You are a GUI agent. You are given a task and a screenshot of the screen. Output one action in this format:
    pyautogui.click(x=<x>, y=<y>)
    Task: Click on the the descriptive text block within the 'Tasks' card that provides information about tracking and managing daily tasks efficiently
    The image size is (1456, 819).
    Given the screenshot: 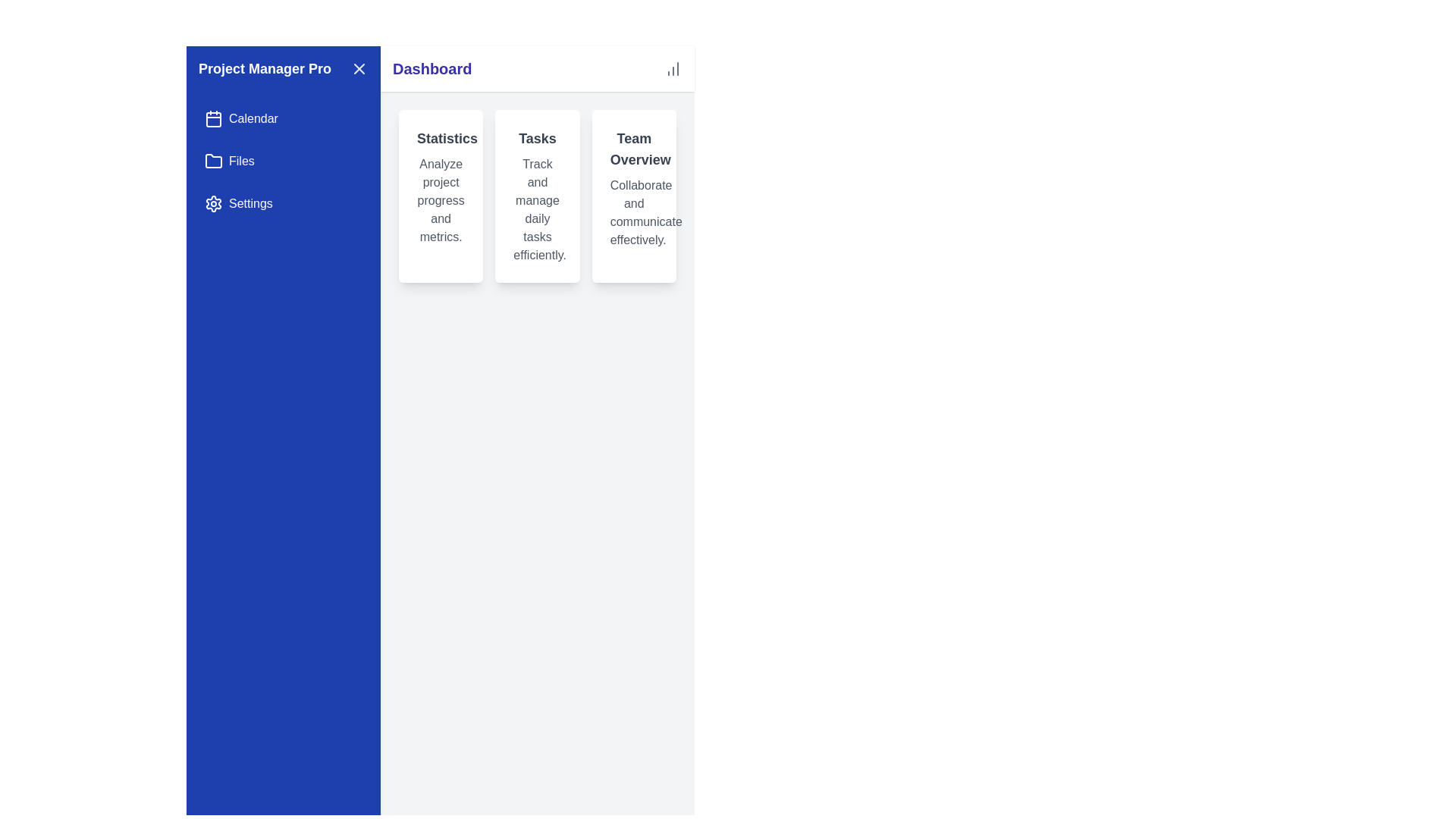 What is the action you would take?
    pyautogui.click(x=538, y=210)
    